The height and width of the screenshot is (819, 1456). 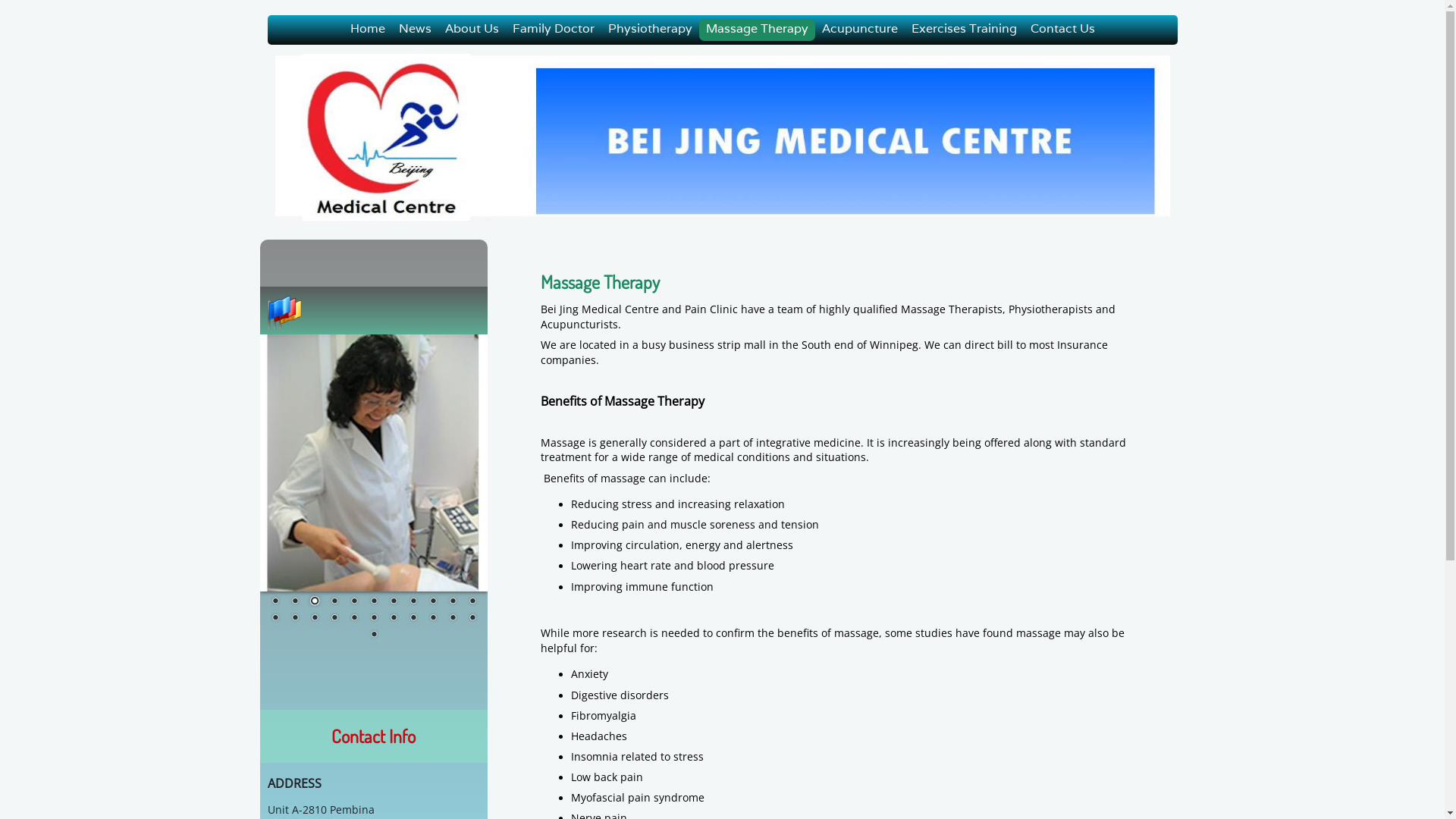 I want to click on 'Exercises Training', so click(x=962, y=30).